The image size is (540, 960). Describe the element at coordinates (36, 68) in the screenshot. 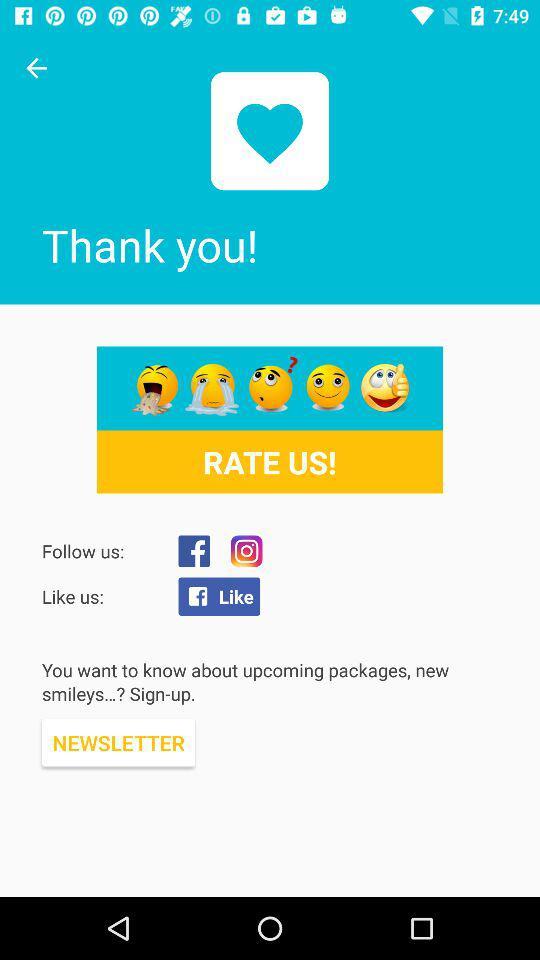

I see `previous page` at that location.